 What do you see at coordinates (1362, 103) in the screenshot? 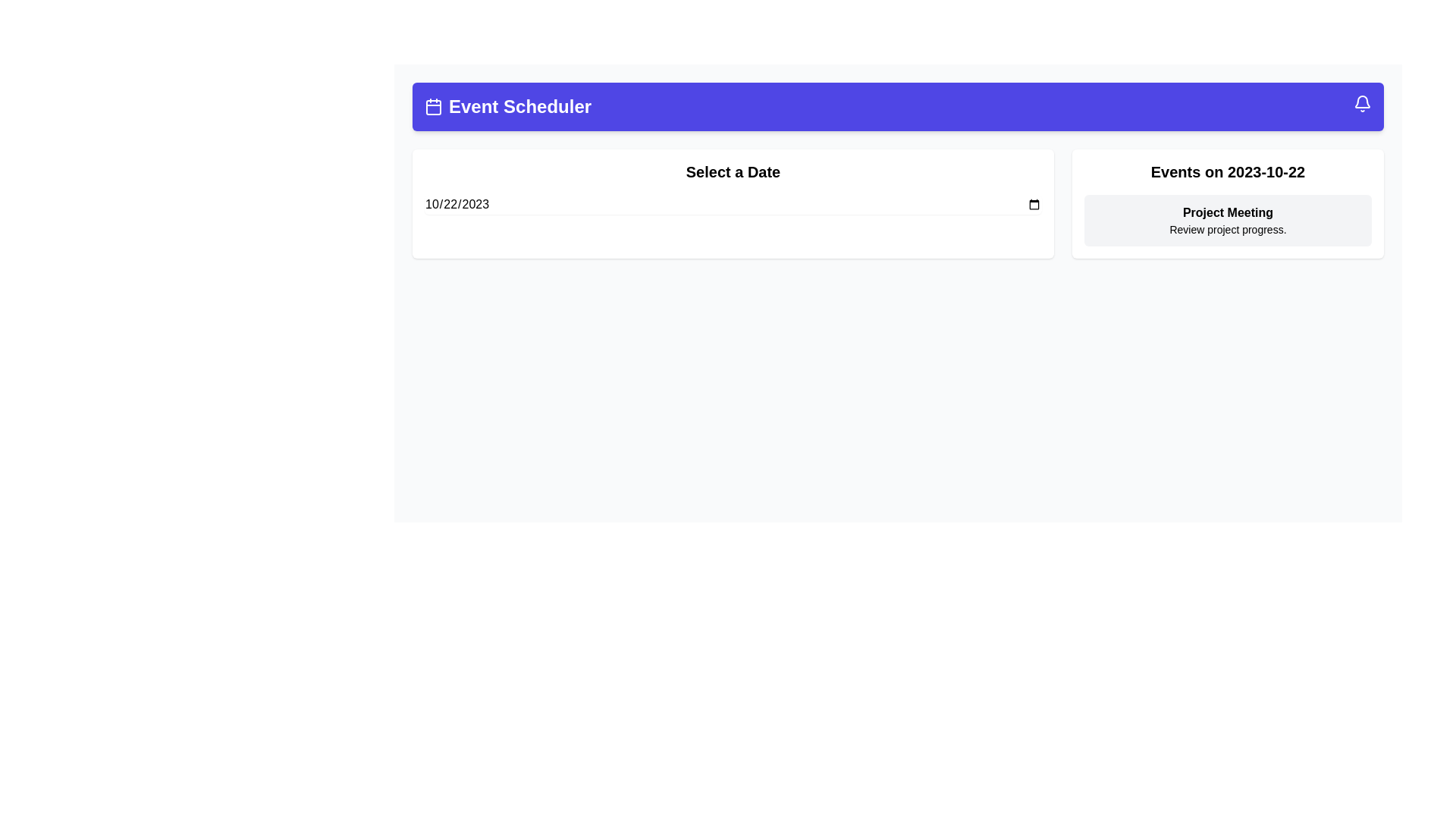
I see `the notification bell icon, which is a bell-shaped icon with a purple background located in the top right corner of the application header bar, near the 'Event Scheduler' label` at bounding box center [1362, 103].